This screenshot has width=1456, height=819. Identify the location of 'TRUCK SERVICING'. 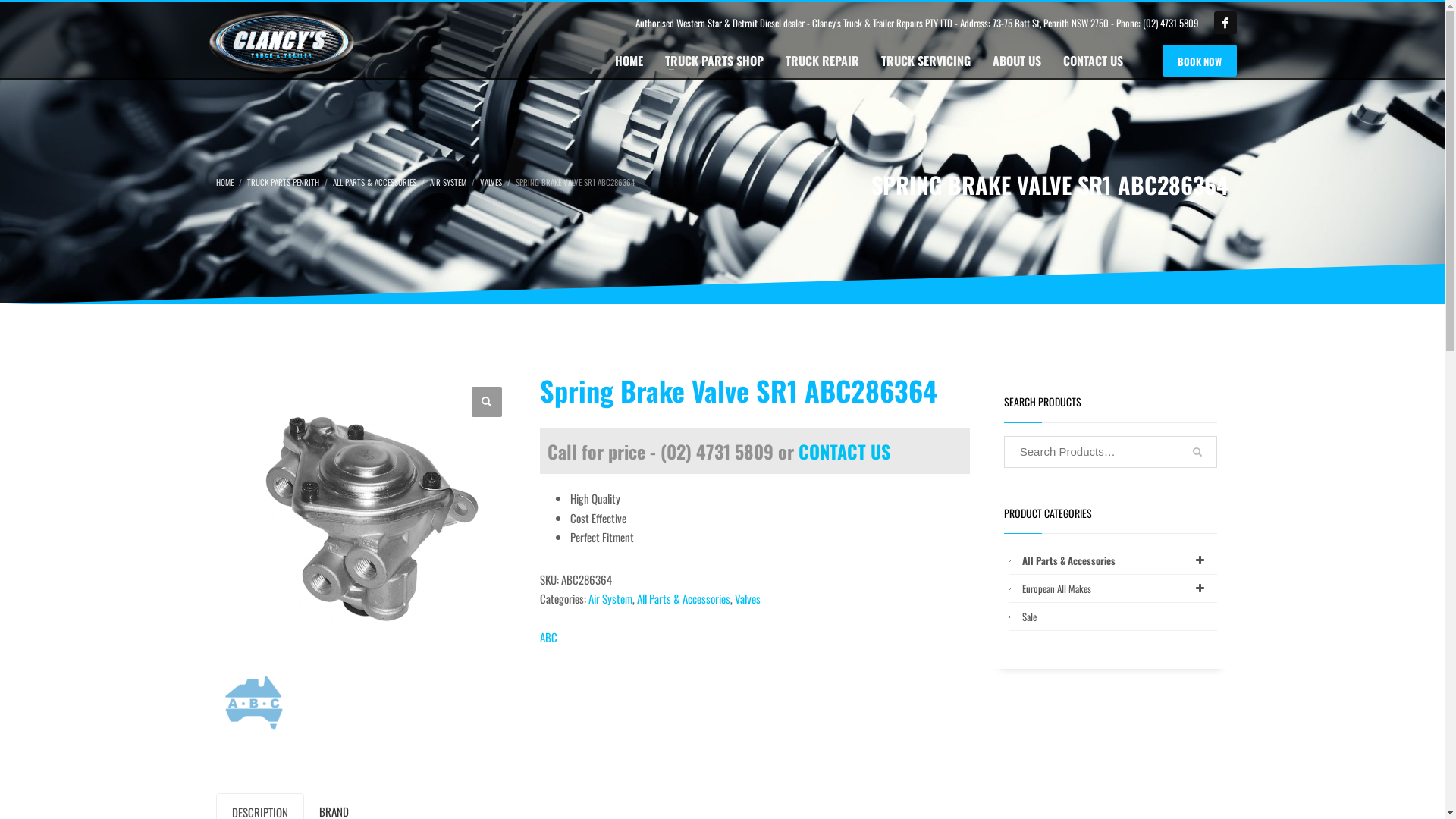
(924, 60).